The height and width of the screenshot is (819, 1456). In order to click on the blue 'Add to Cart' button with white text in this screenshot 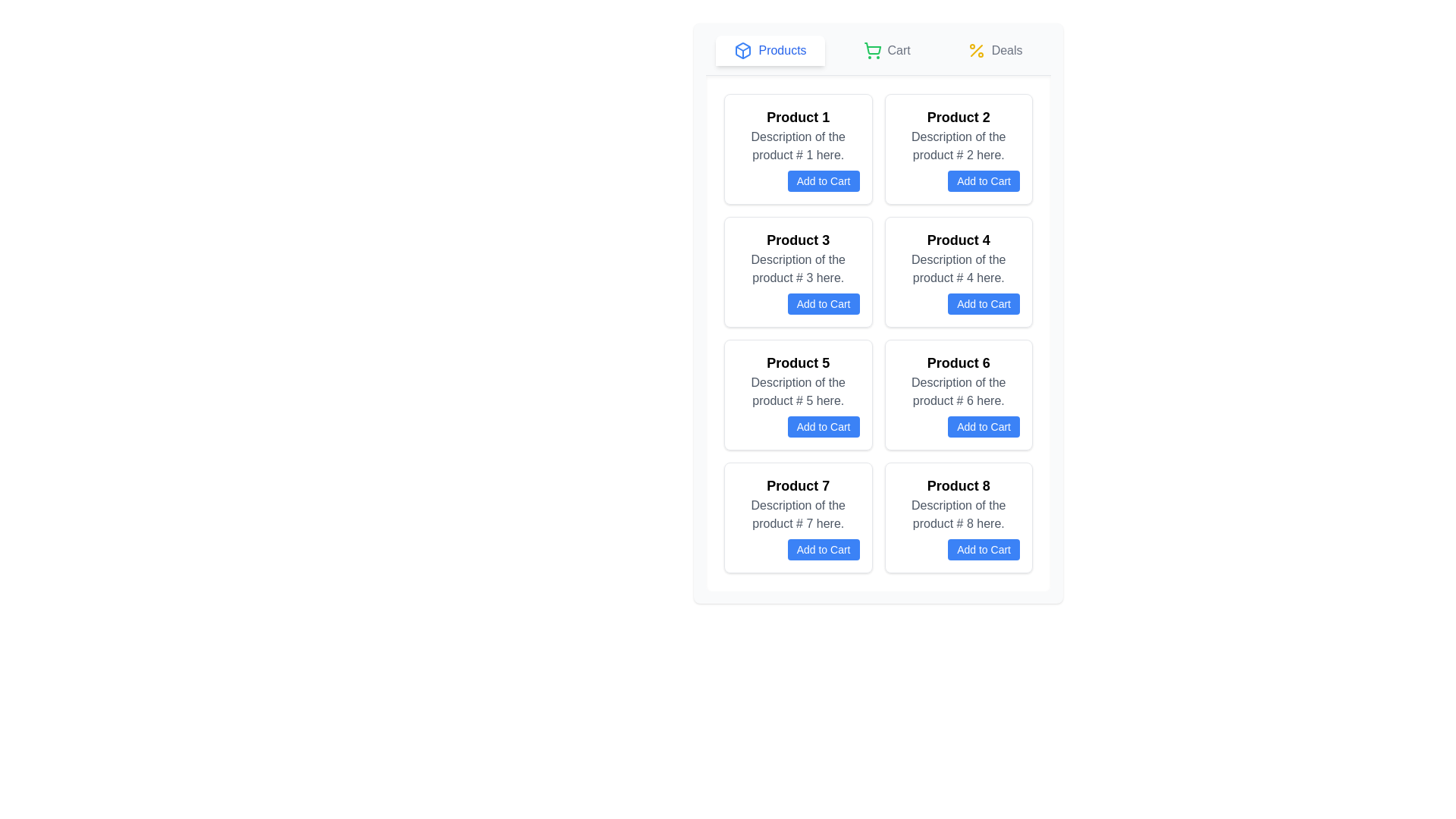, I will do `click(958, 550)`.